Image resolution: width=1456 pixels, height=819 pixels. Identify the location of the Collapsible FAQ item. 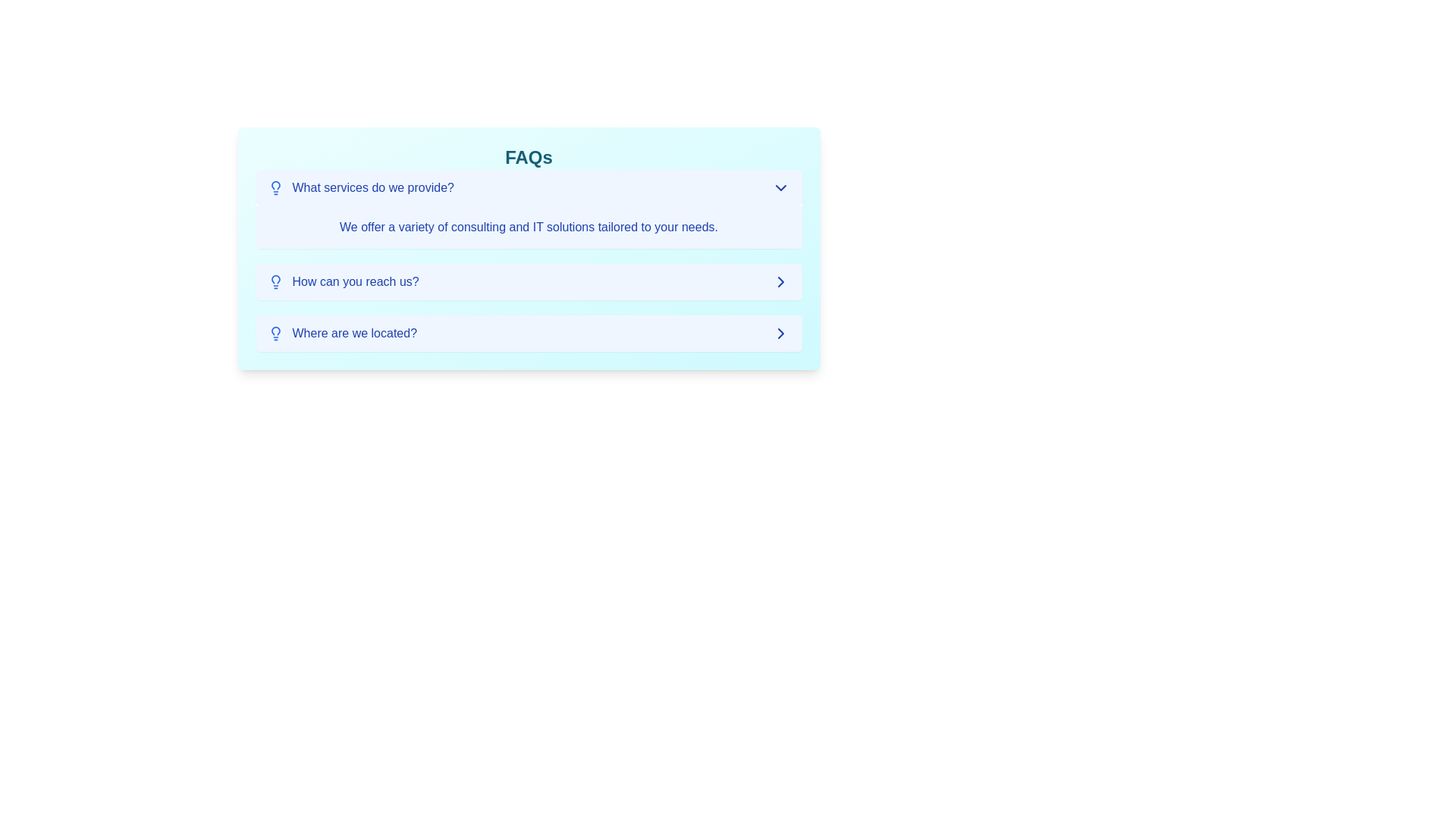
(529, 259).